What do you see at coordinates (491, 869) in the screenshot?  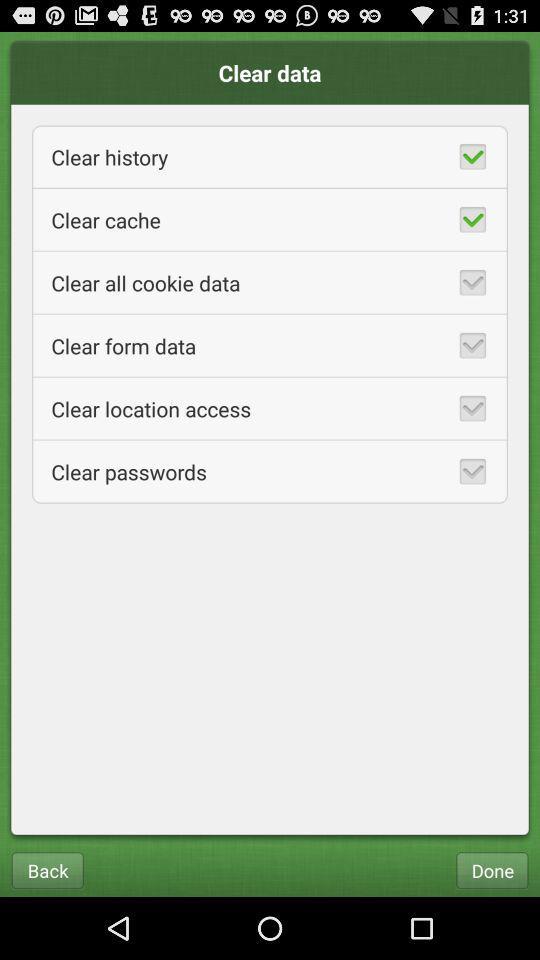 I see `the button at the bottom right corner` at bounding box center [491, 869].